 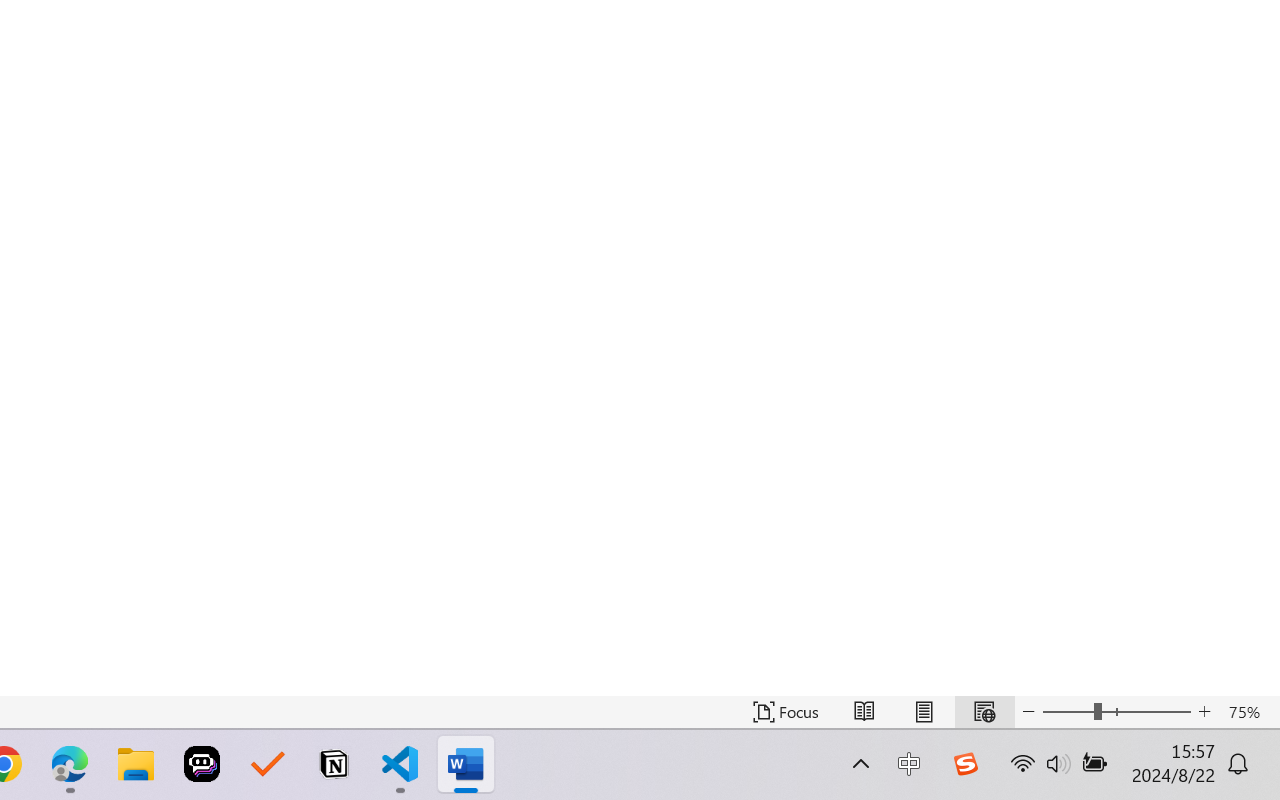 I want to click on 'Zoom', so click(x=1115, y=711).